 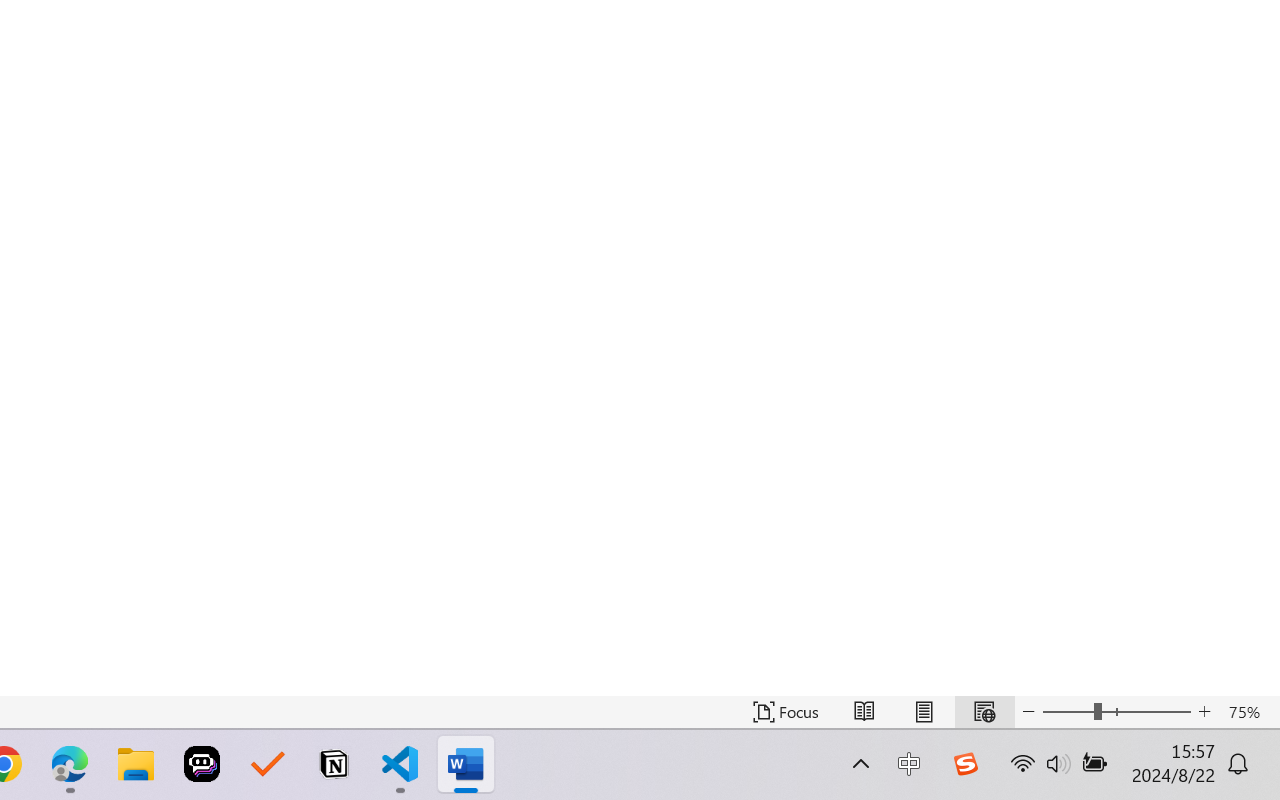 I want to click on 'Zoom', so click(x=1115, y=711).